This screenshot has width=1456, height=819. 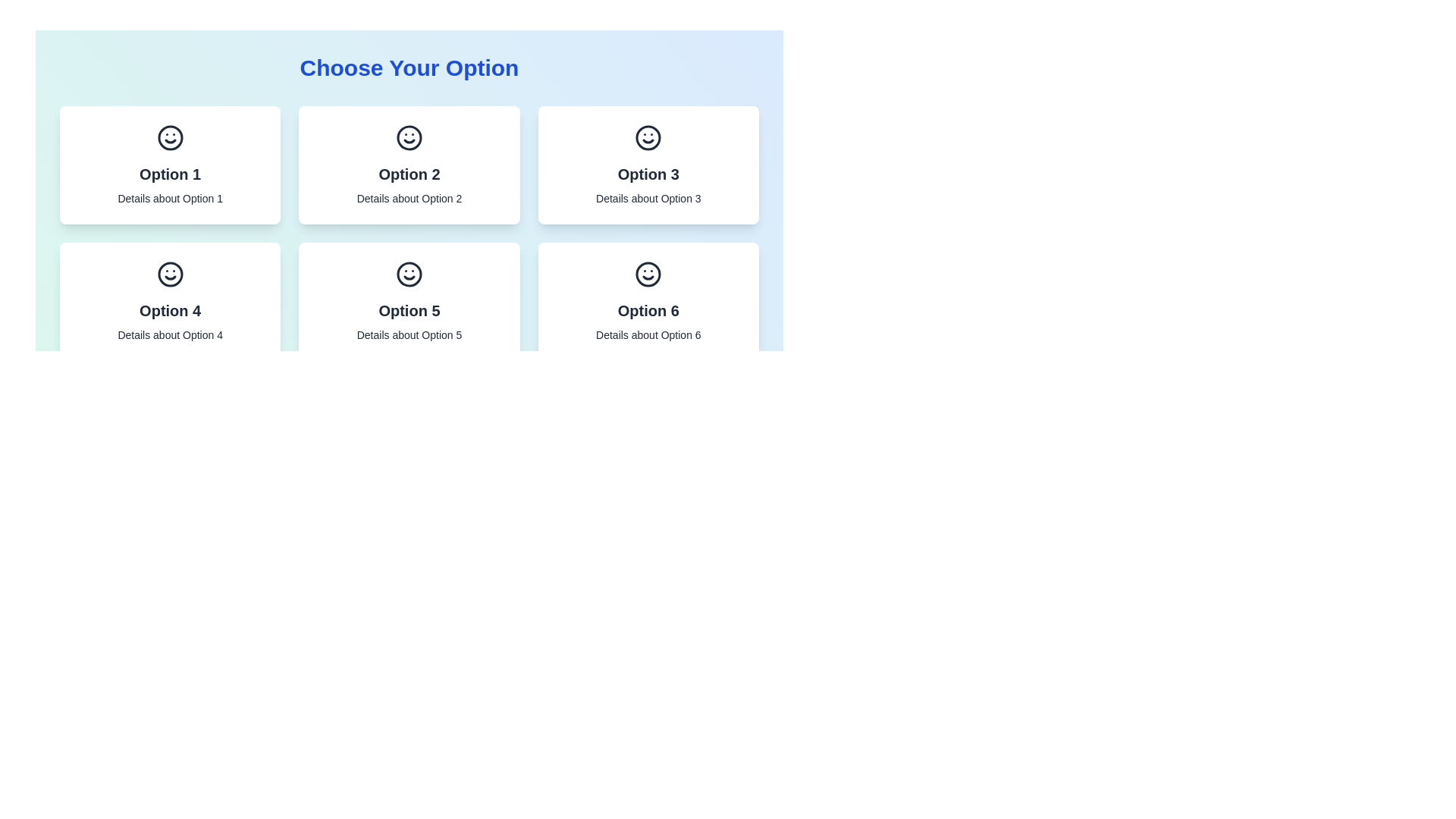 What do you see at coordinates (648, 165) in the screenshot?
I see `the selectable card for 'Option 3' located in the top-right corner of the first row in the grid` at bounding box center [648, 165].